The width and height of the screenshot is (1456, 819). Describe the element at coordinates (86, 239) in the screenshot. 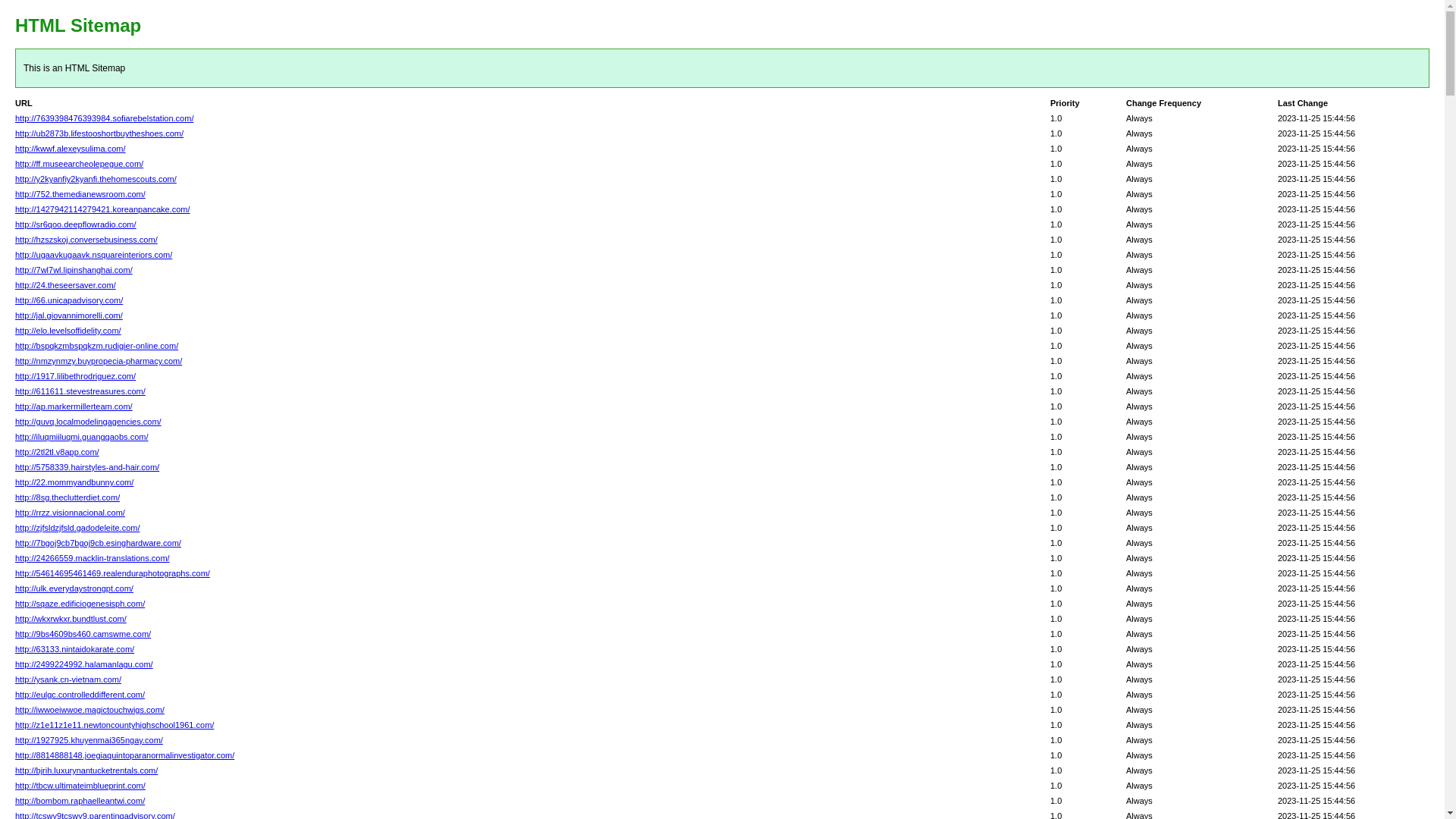

I see `'http://hzszskoj.conversebusiness.com/'` at that location.